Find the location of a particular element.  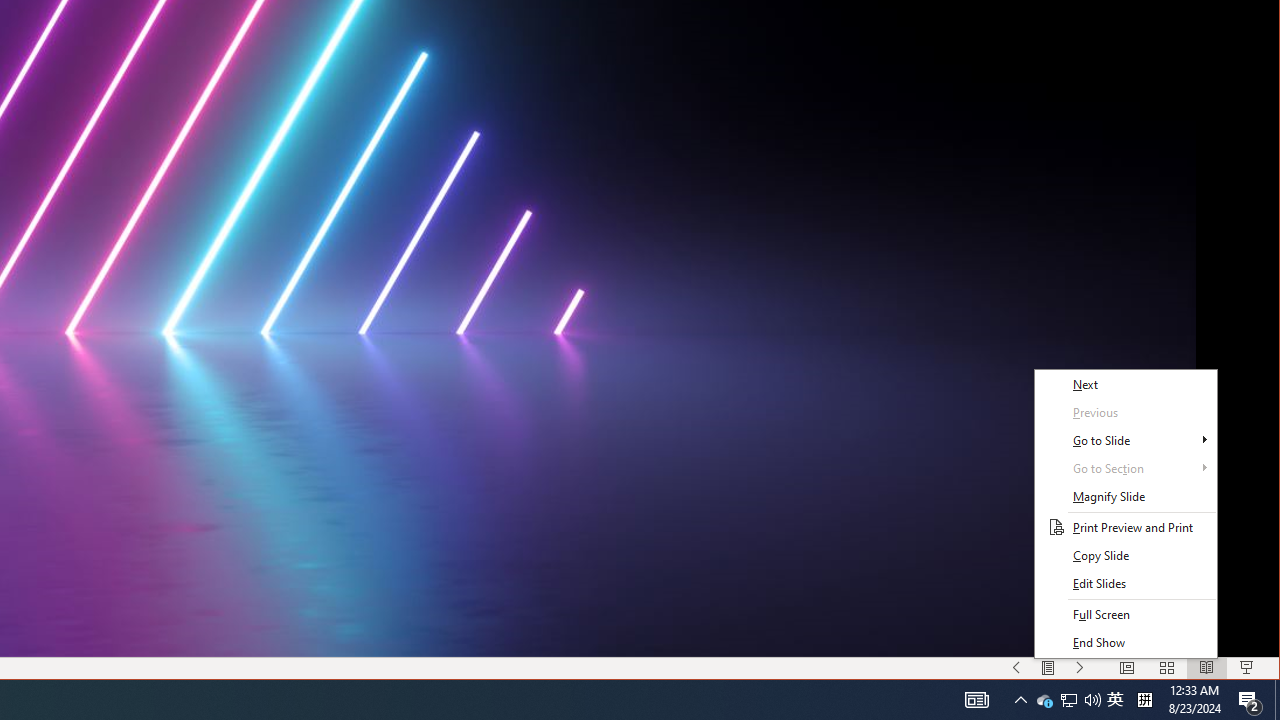

'Go to Section' is located at coordinates (1125, 469).